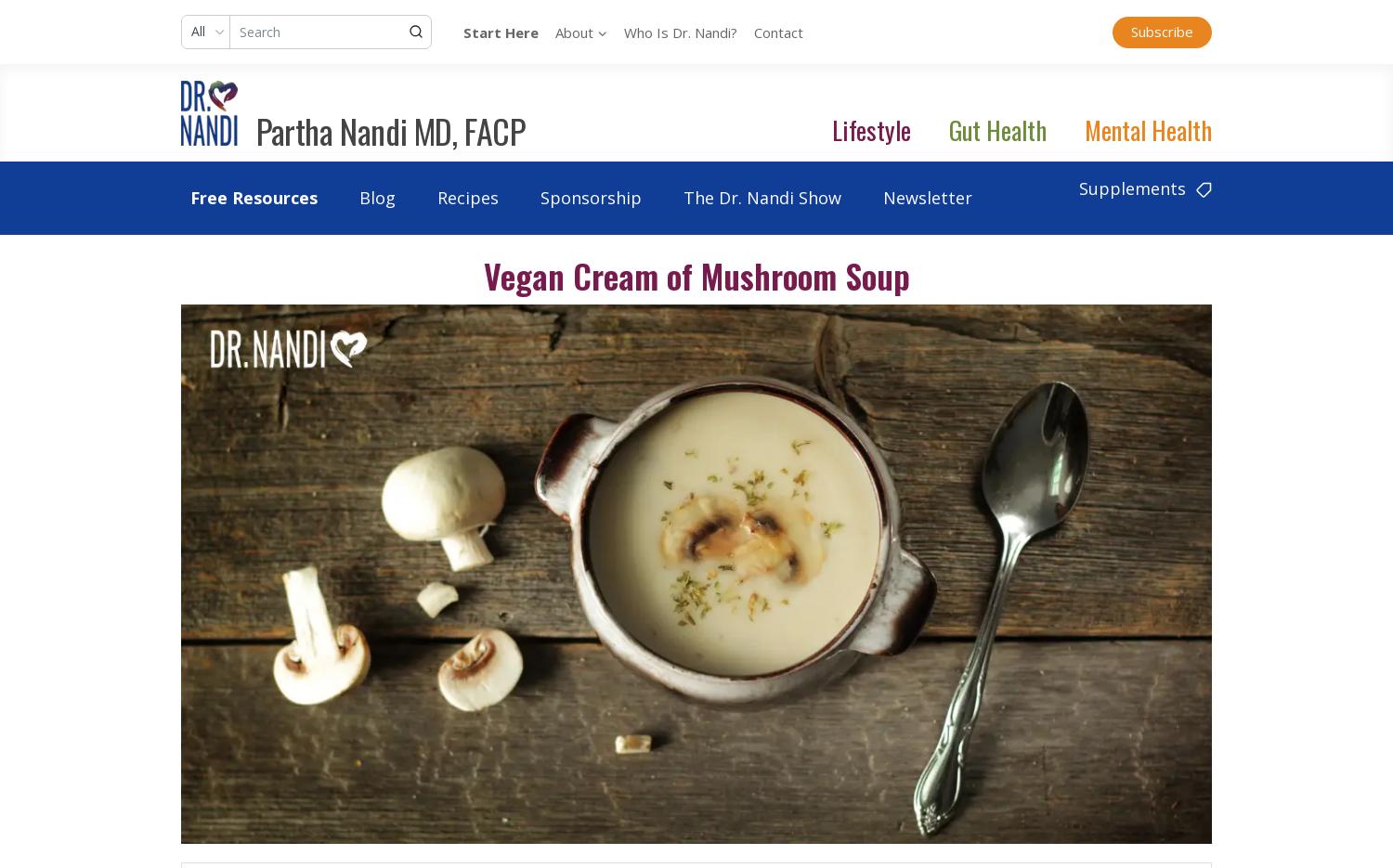 The width and height of the screenshot is (1393, 868). What do you see at coordinates (996, 129) in the screenshot?
I see `'Gut Health'` at bounding box center [996, 129].